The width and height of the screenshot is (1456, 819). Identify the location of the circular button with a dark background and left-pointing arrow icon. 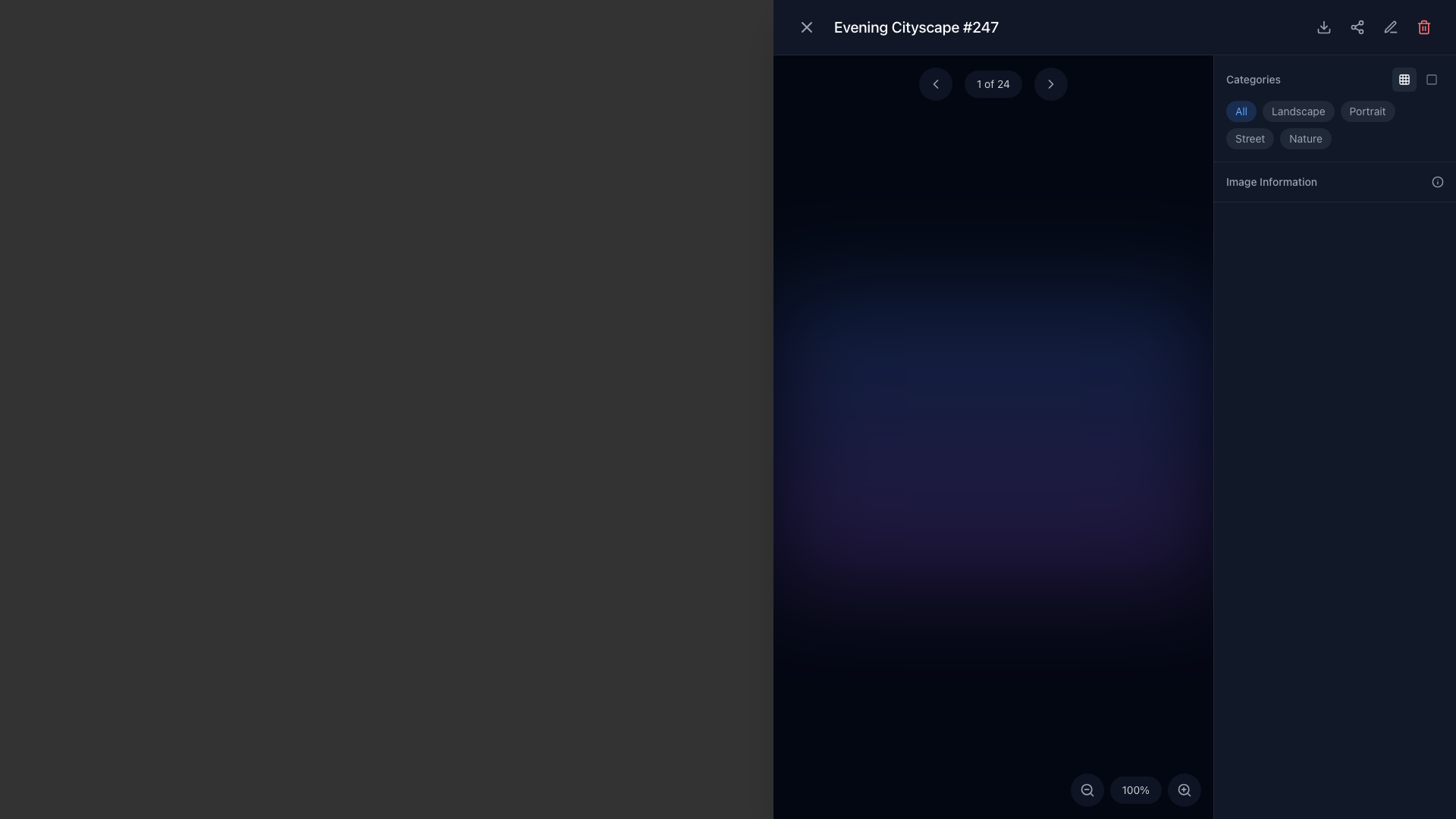
(934, 84).